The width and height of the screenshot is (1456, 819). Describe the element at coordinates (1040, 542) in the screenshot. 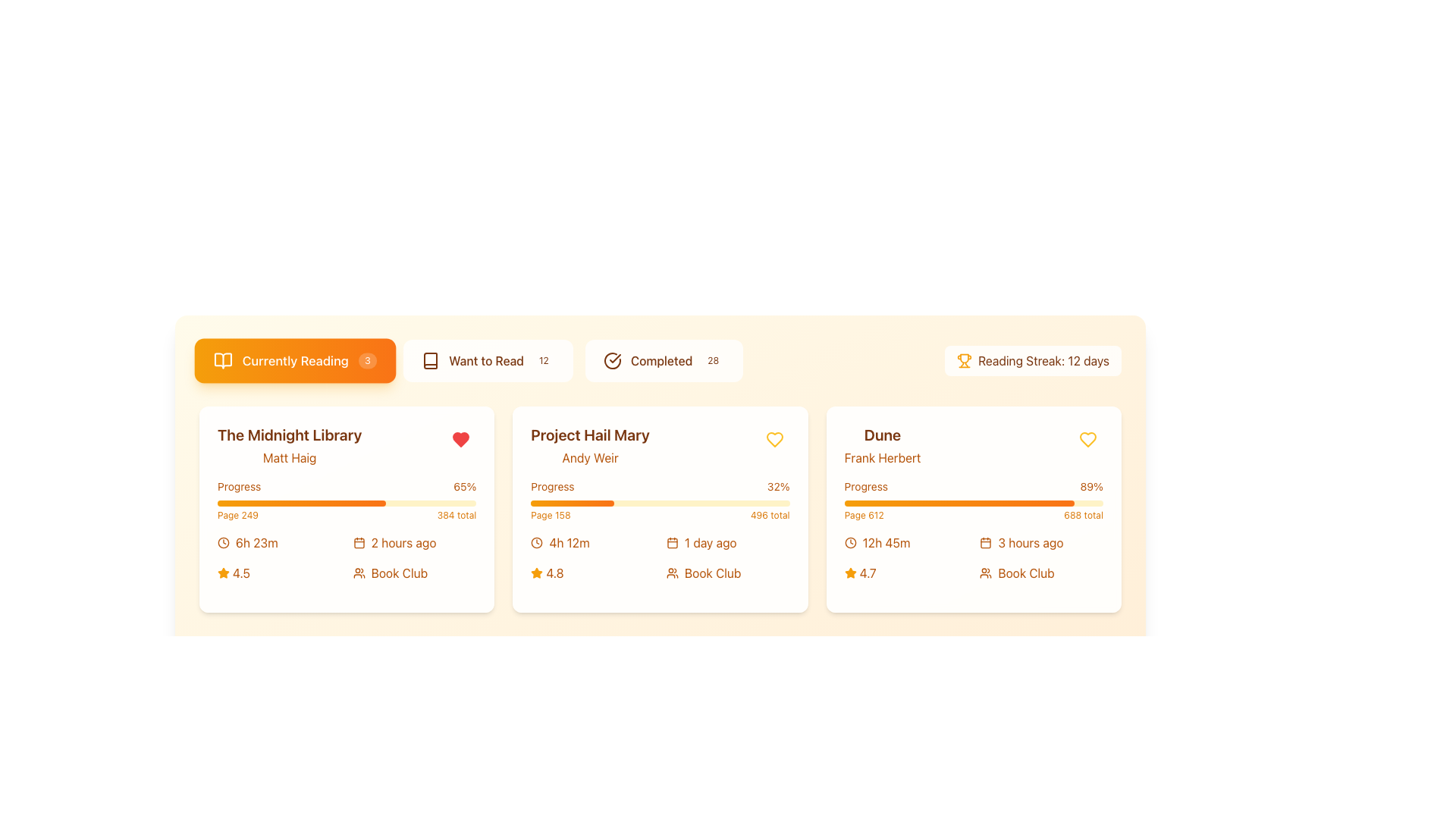

I see `the text element that indicates when the content was last updated, located within the details of the third card for the book 'Dune' by Frank Herbert, below the progress bar and to the right of the '12h 45m' text` at that location.